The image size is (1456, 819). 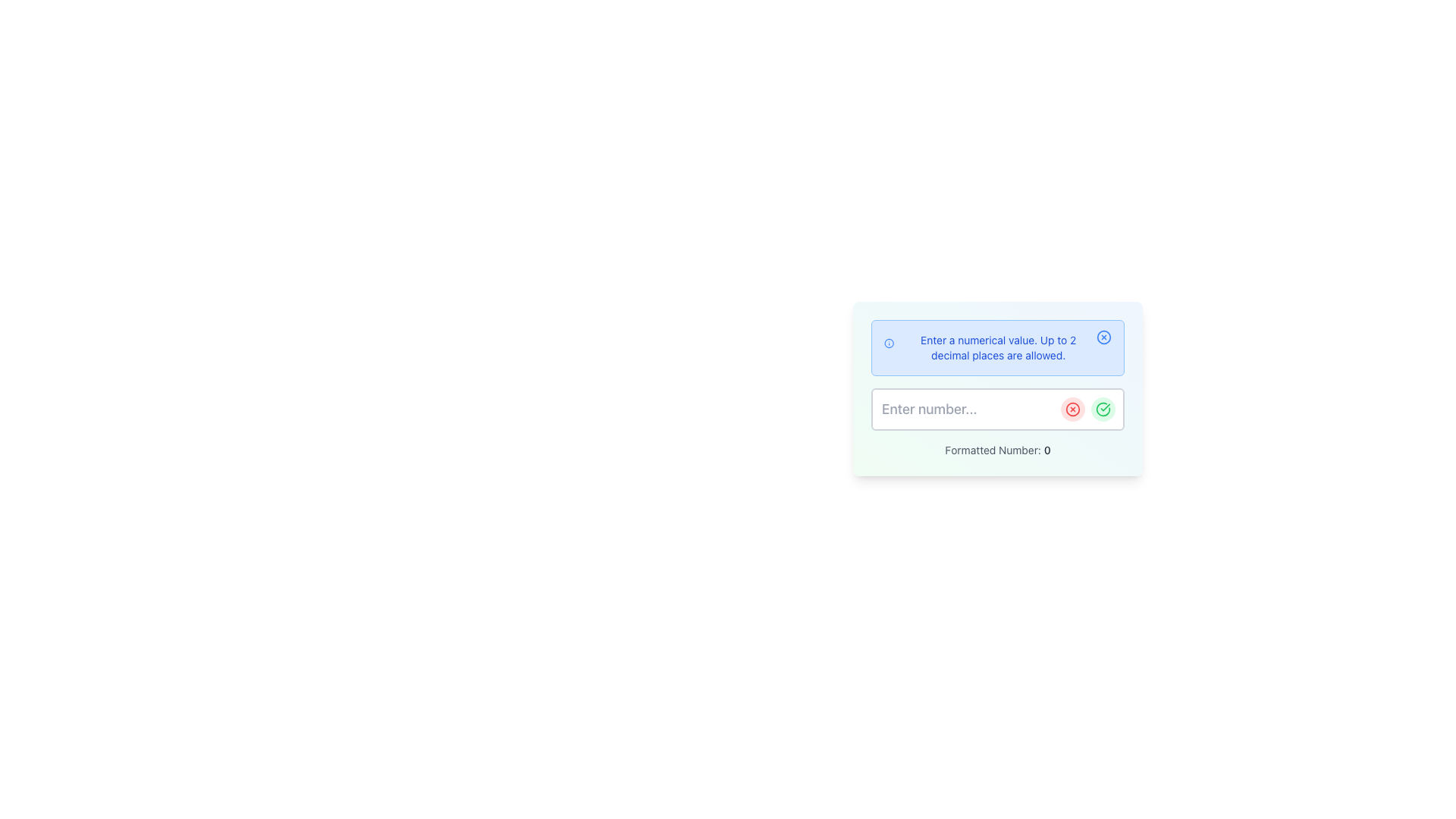 I want to click on the circular green confirmation button with a checkmark at the top-right corner of the user input box to confirm, so click(x=1103, y=409).